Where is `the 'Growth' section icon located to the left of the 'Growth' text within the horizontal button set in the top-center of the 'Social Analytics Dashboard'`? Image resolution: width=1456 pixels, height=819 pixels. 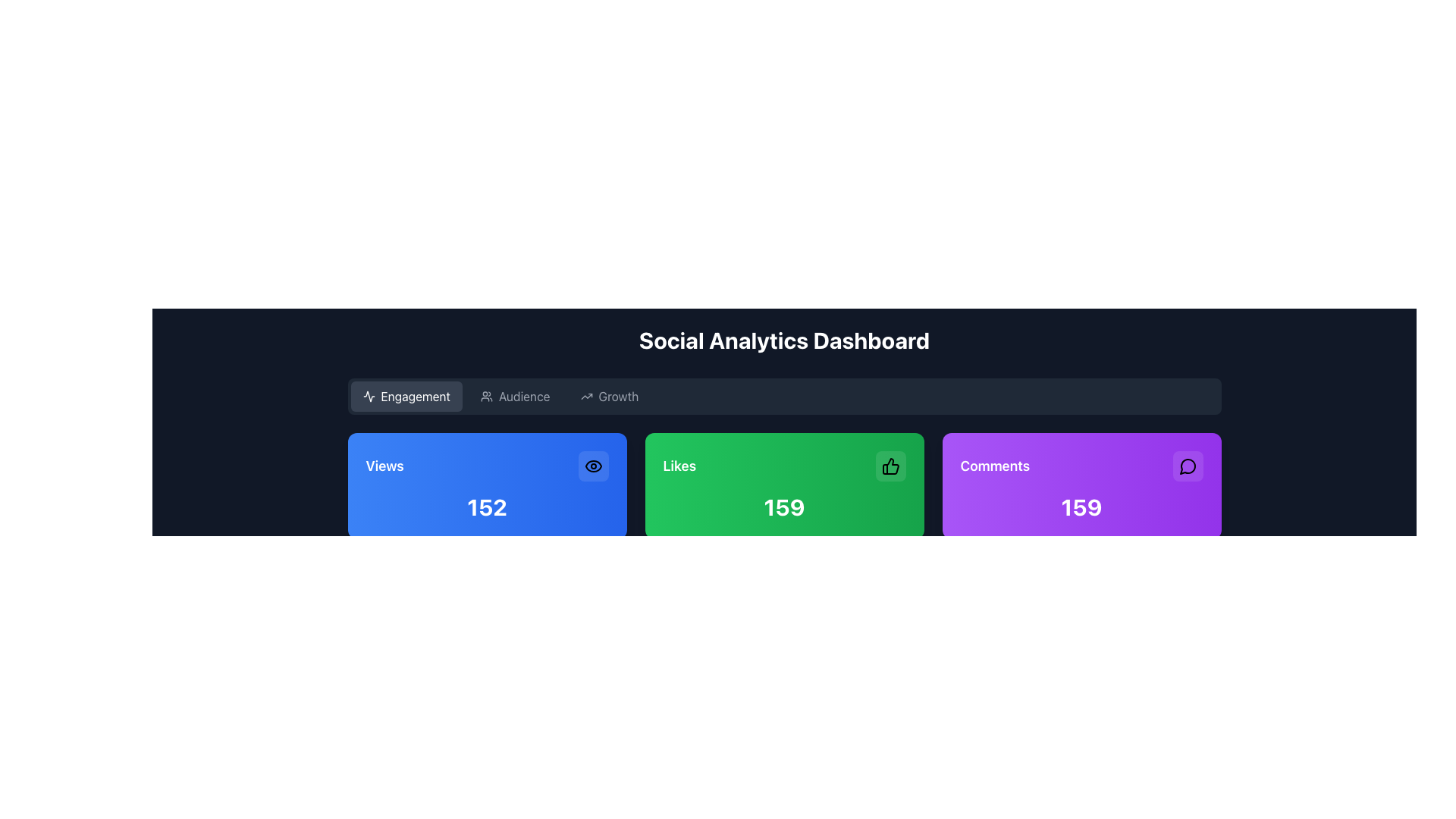 the 'Growth' section icon located to the left of the 'Growth' text within the horizontal button set in the top-center of the 'Social Analytics Dashboard' is located at coordinates (585, 396).